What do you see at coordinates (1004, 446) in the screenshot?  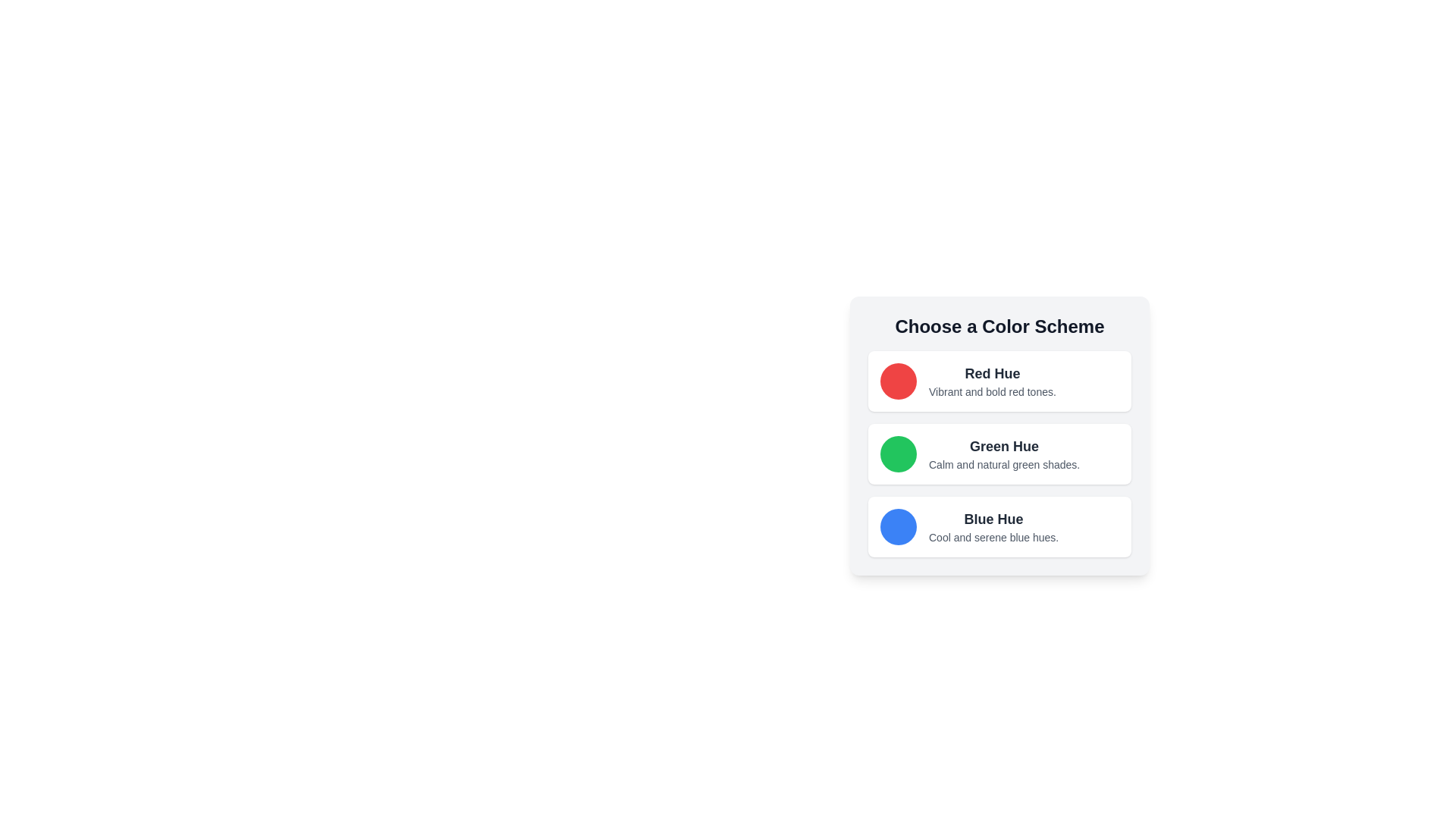 I see `the header text element that highlights the 'Green Hue' color scheme` at bounding box center [1004, 446].